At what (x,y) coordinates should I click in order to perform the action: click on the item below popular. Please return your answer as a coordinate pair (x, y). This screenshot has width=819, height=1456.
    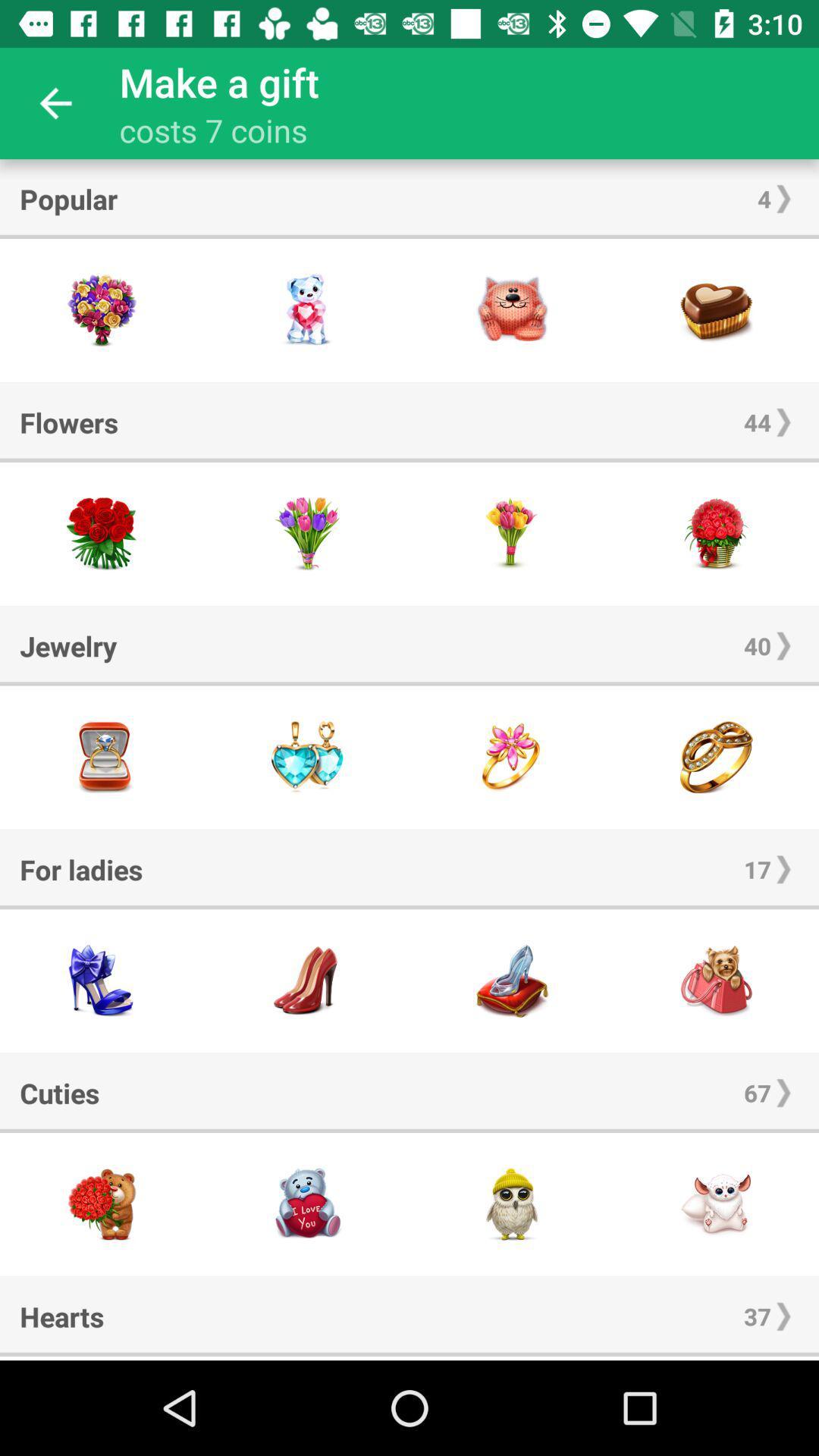
    Looking at the image, I should click on (409, 236).